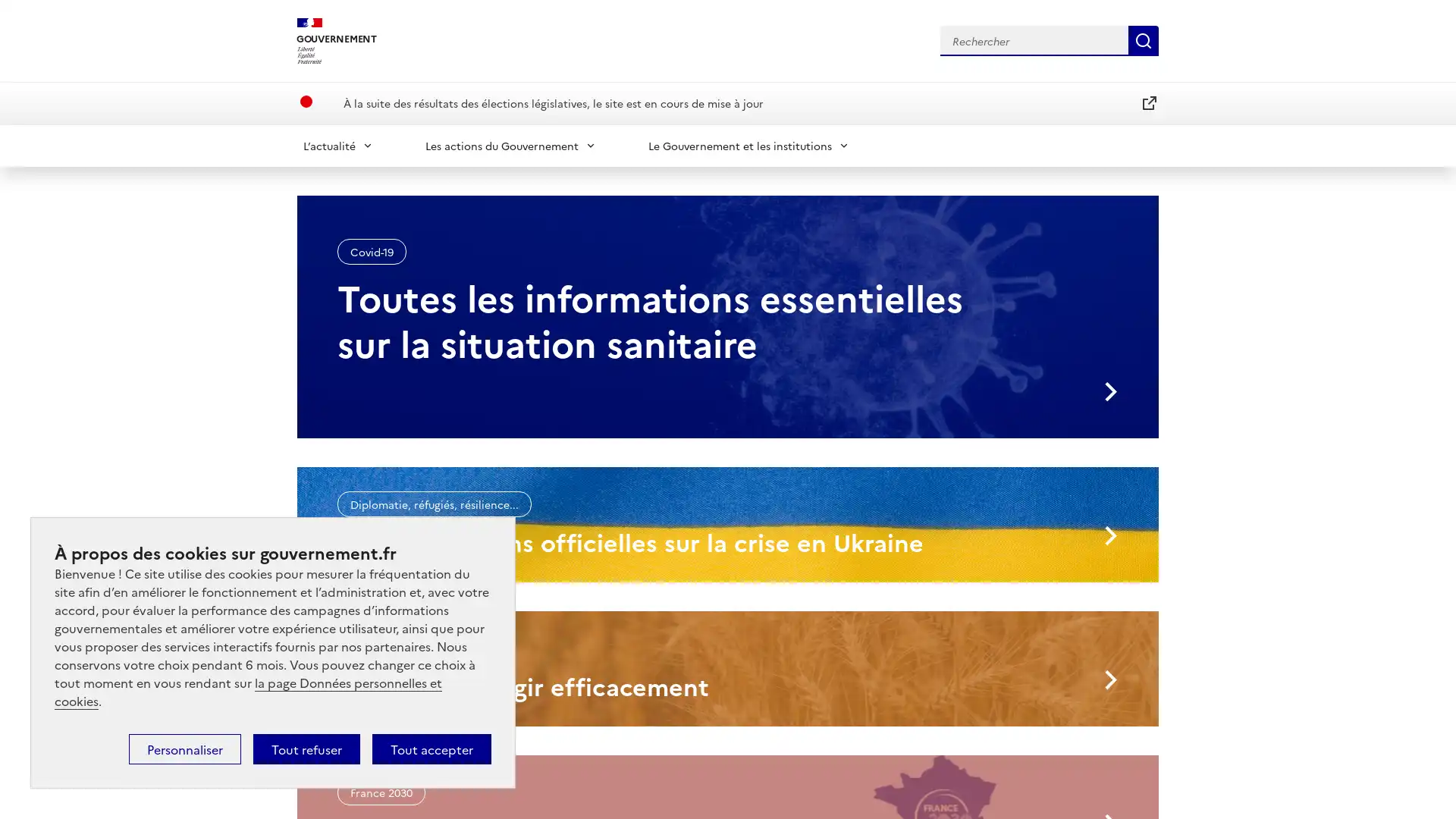 The image size is (1456, 819). I want to click on Lactualite, so click(337, 145).